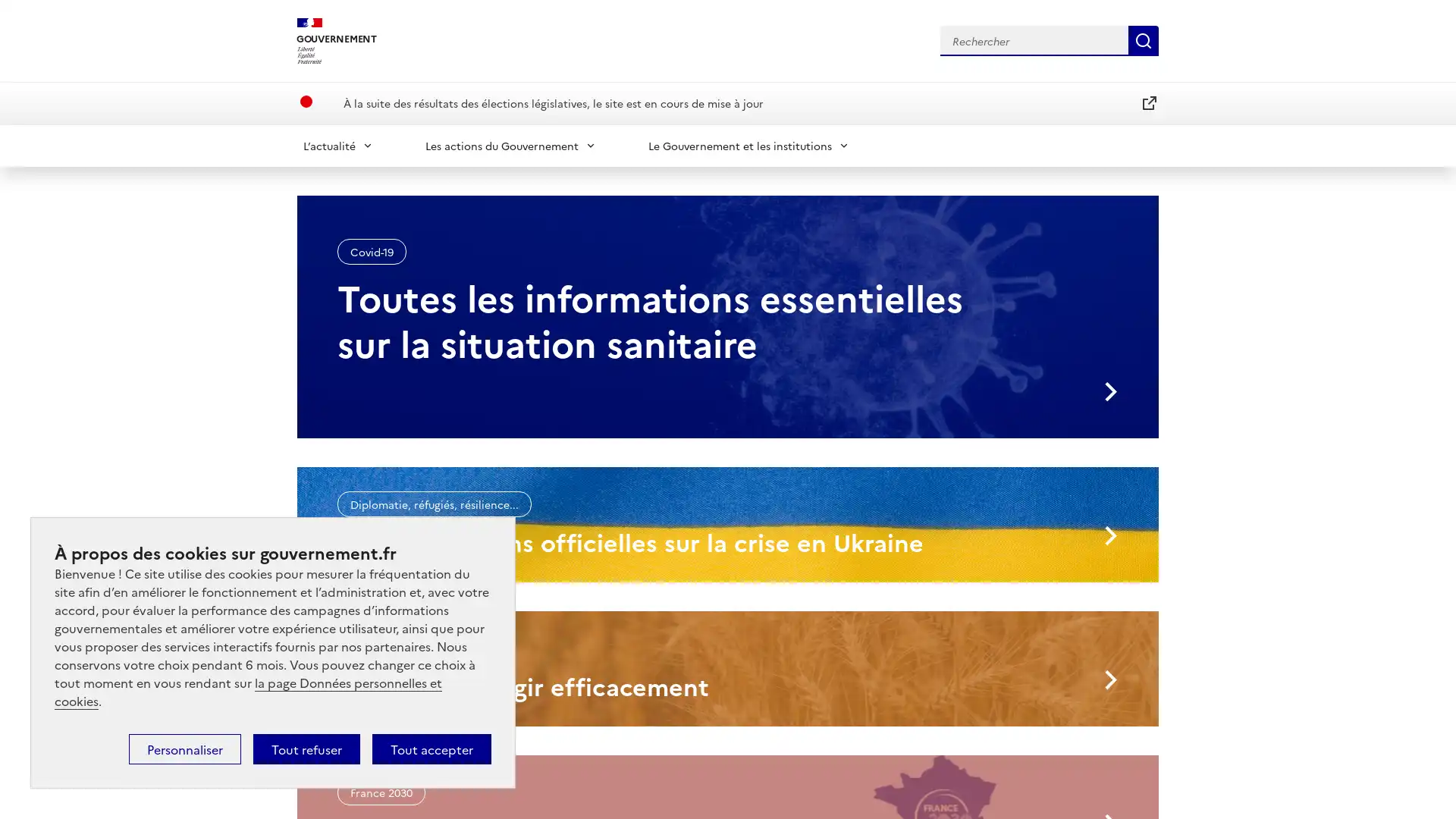 The image size is (1456, 819). I want to click on Lactualite, so click(337, 145).